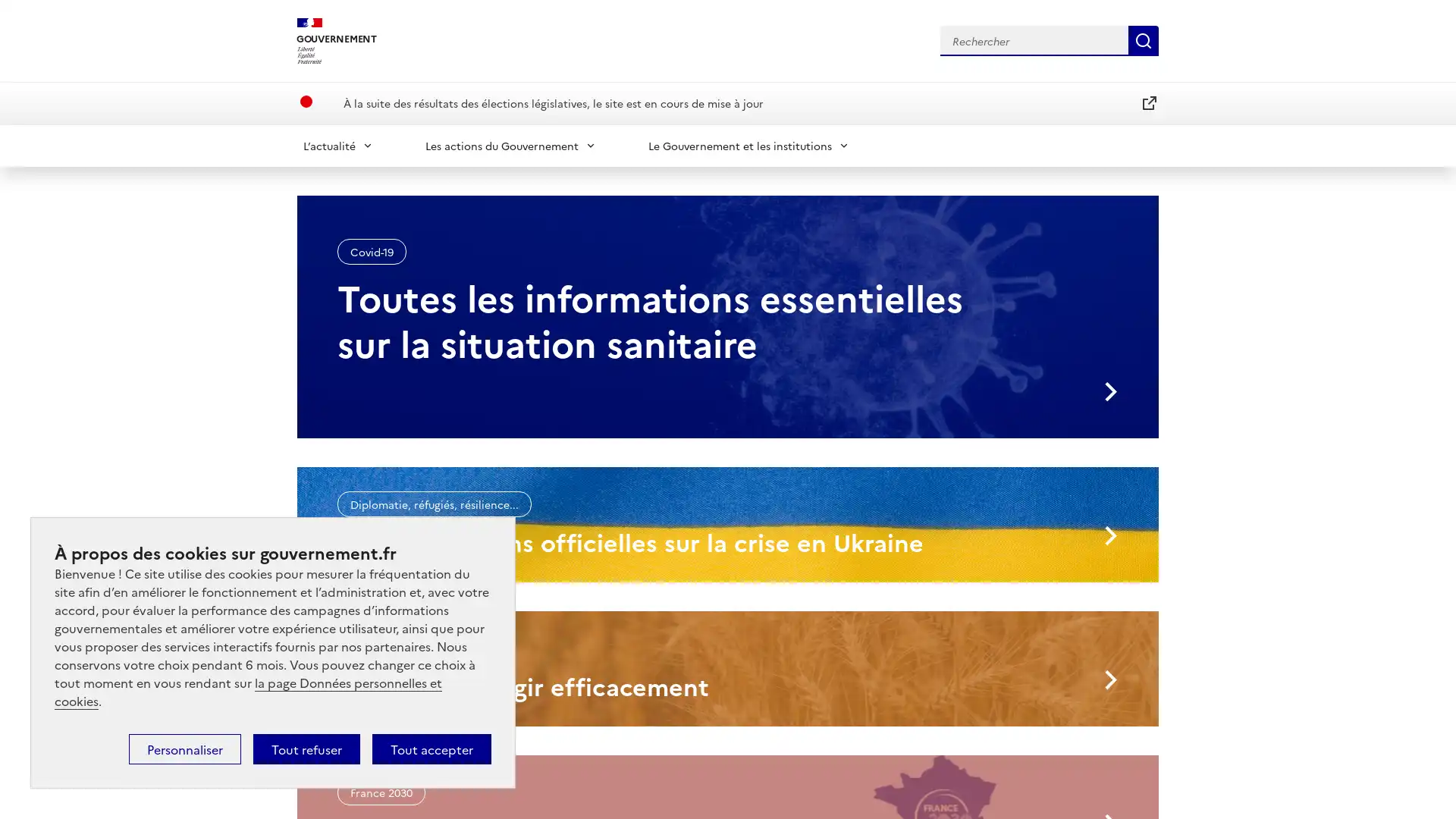 The image size is (1456, 819). I want to click on Lactualite, so click(337, 145).